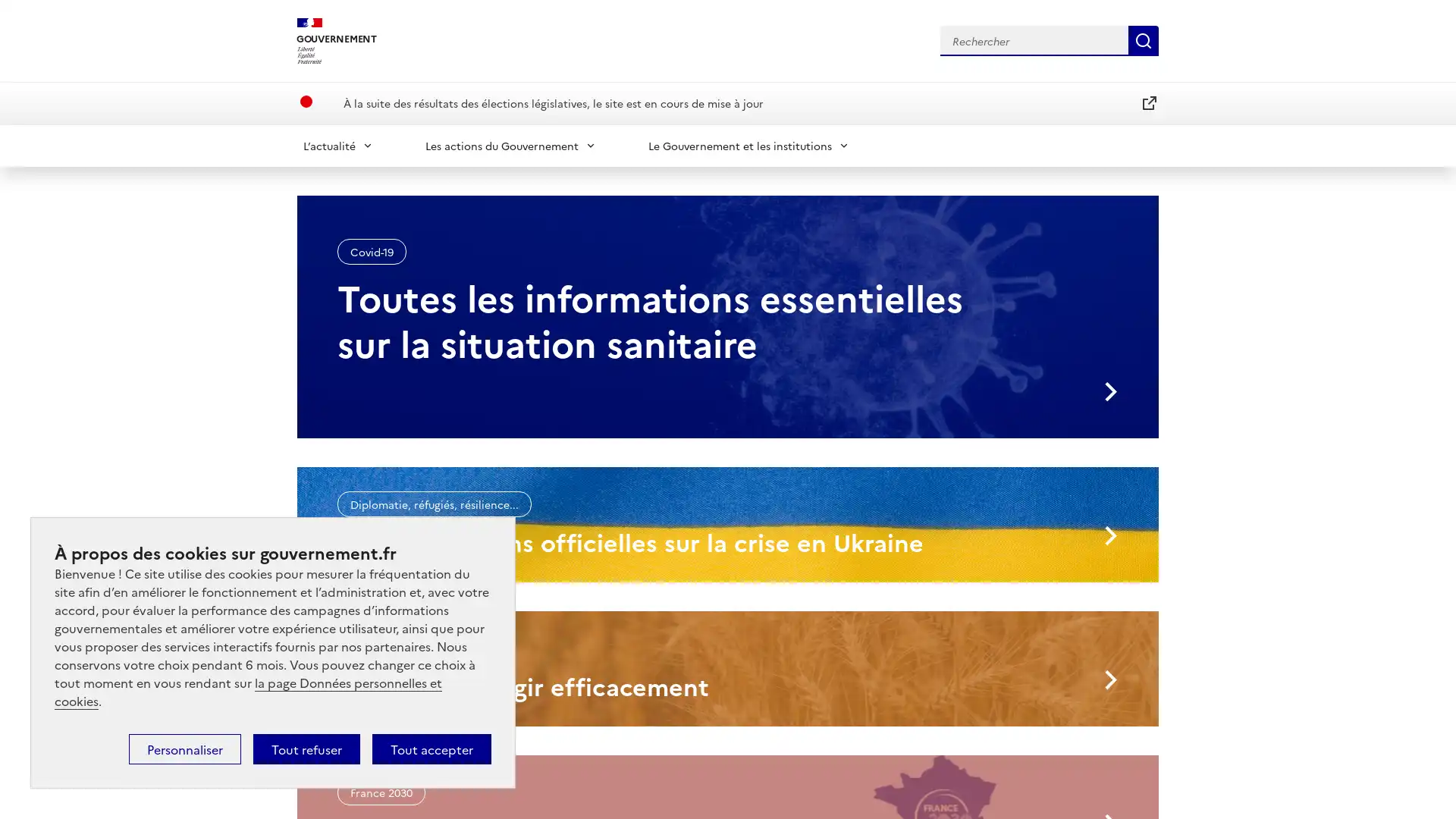 The image size is (1456, 819). I want to click on Lactualite, so click(337, 145).